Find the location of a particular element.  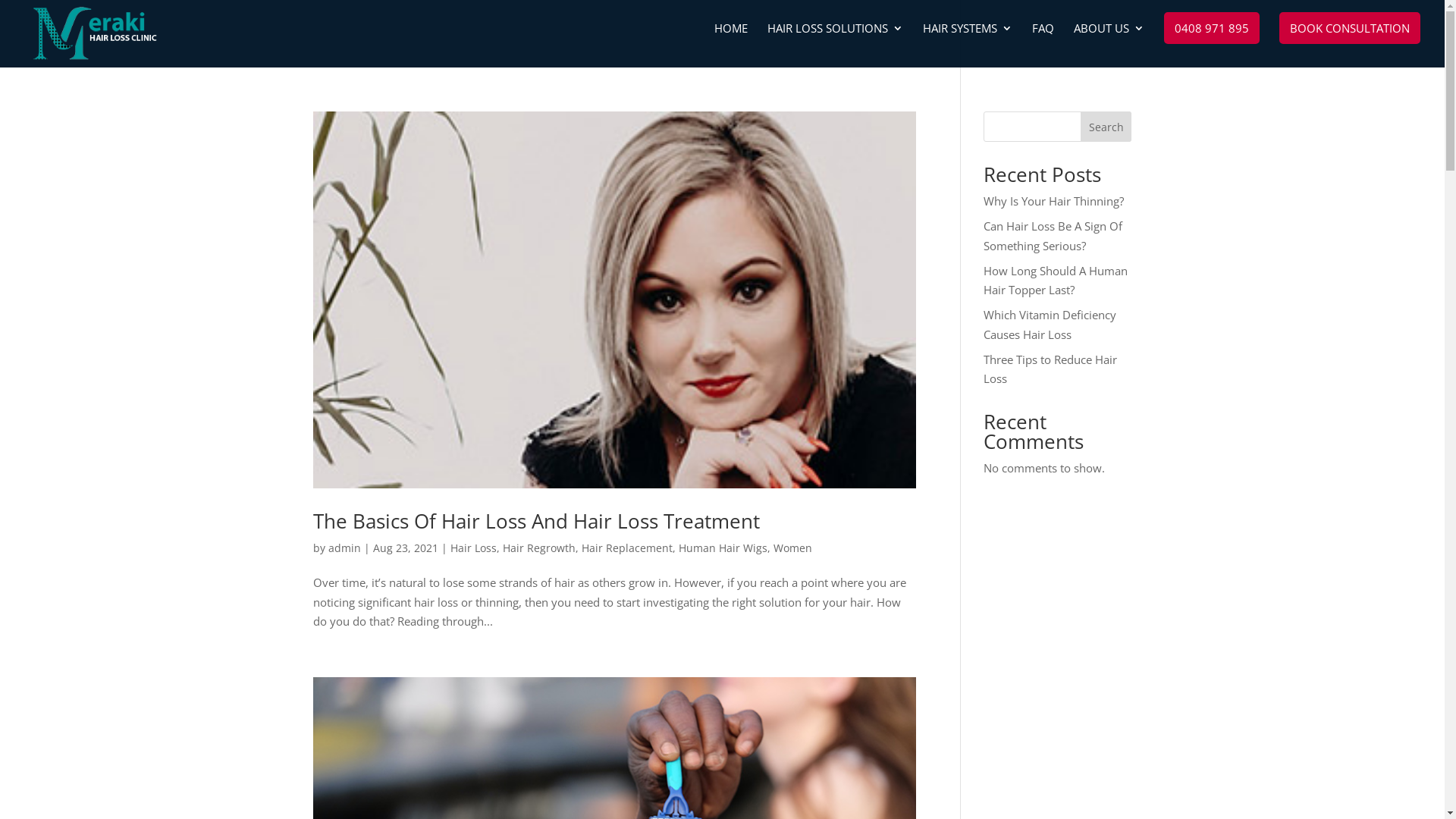

'Hair Regrowth' is located at coordinates (538, 548).